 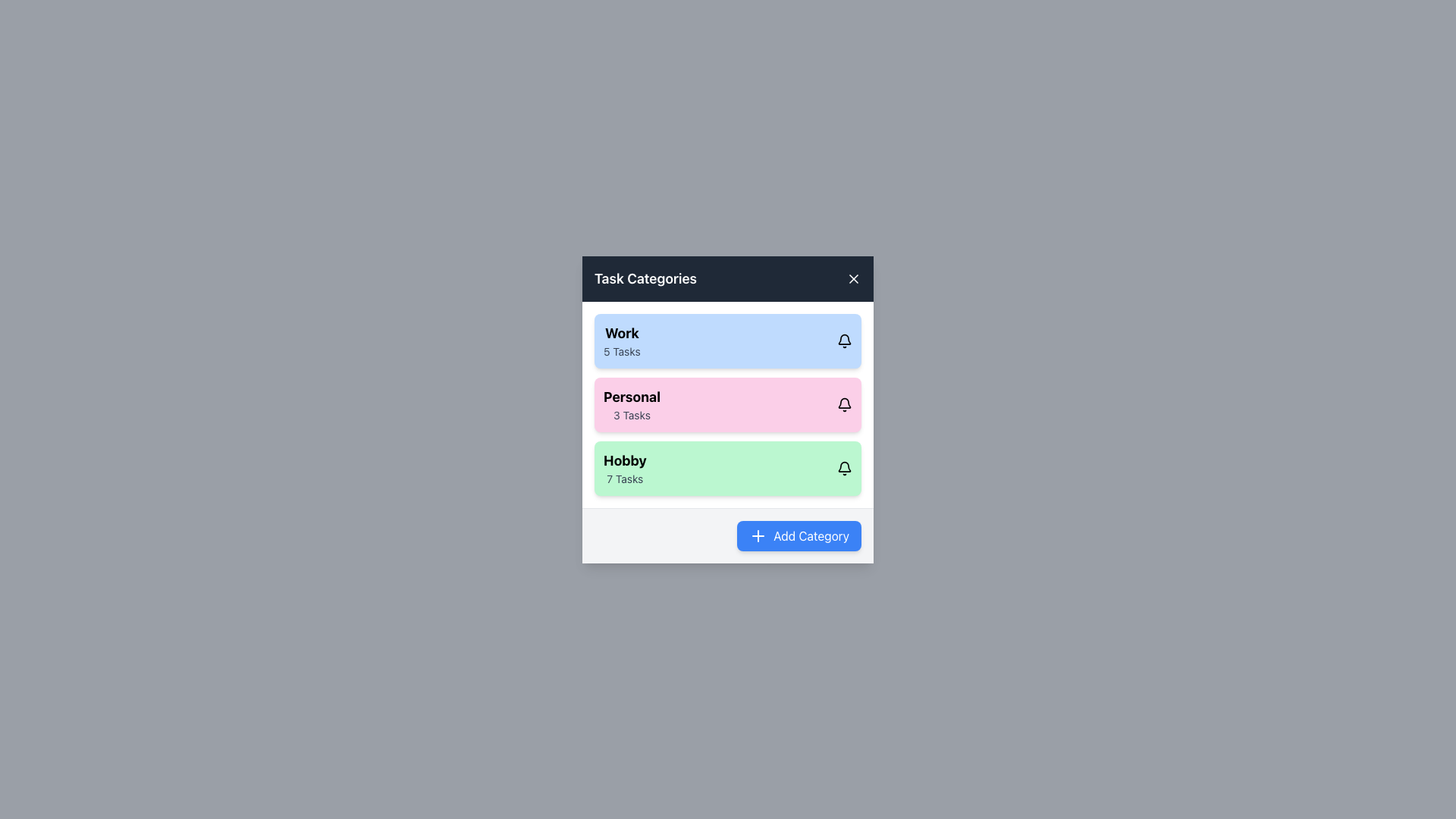 What do you see at coordinates (811, 535) in the screenshot?
I see `the descriptive text label within the button located at the bottom center of the interface` at bounding box center [811, 535].